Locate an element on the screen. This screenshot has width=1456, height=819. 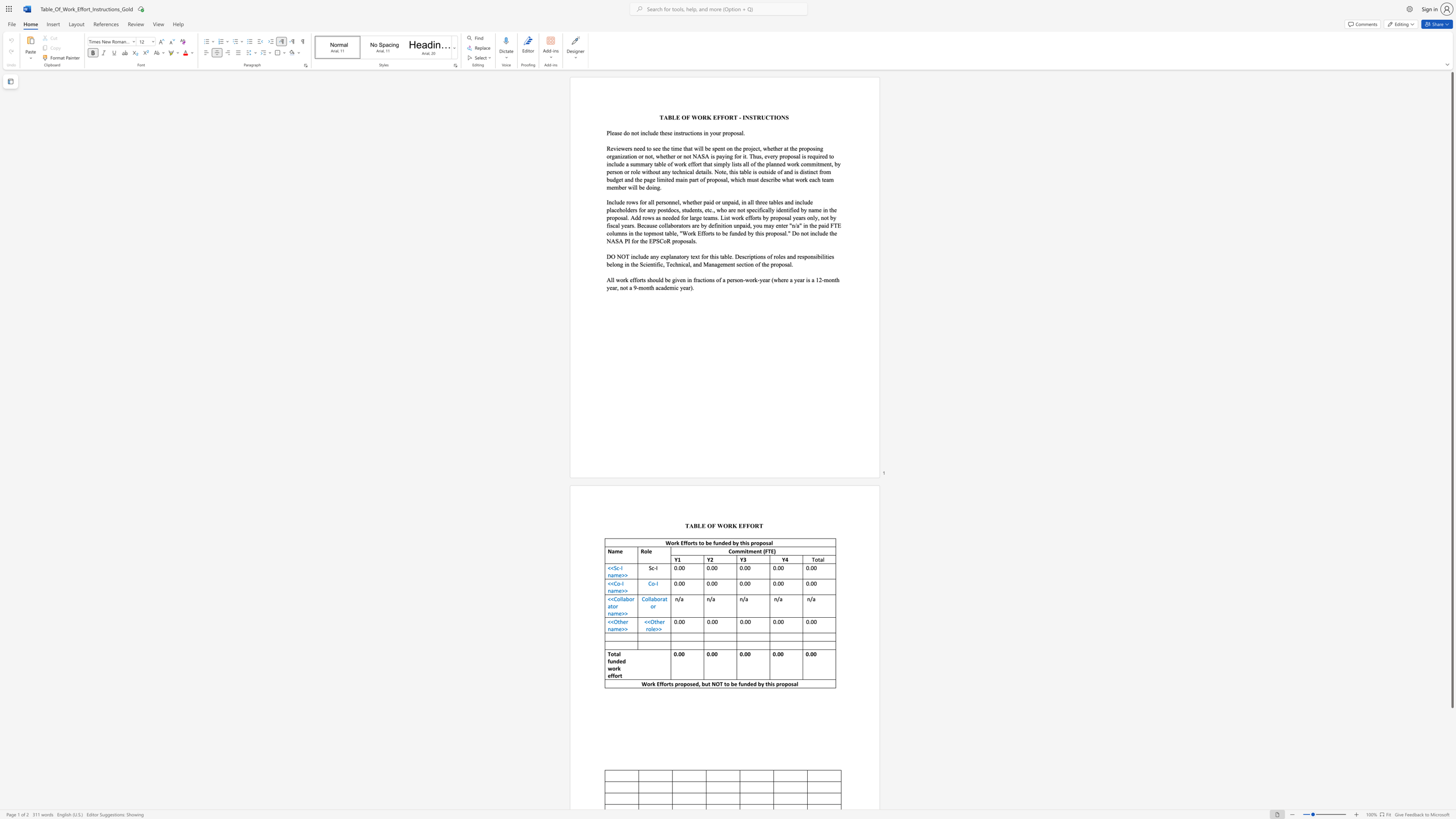
the scrollbar to move the page down is located at coordinates (1451, 795).